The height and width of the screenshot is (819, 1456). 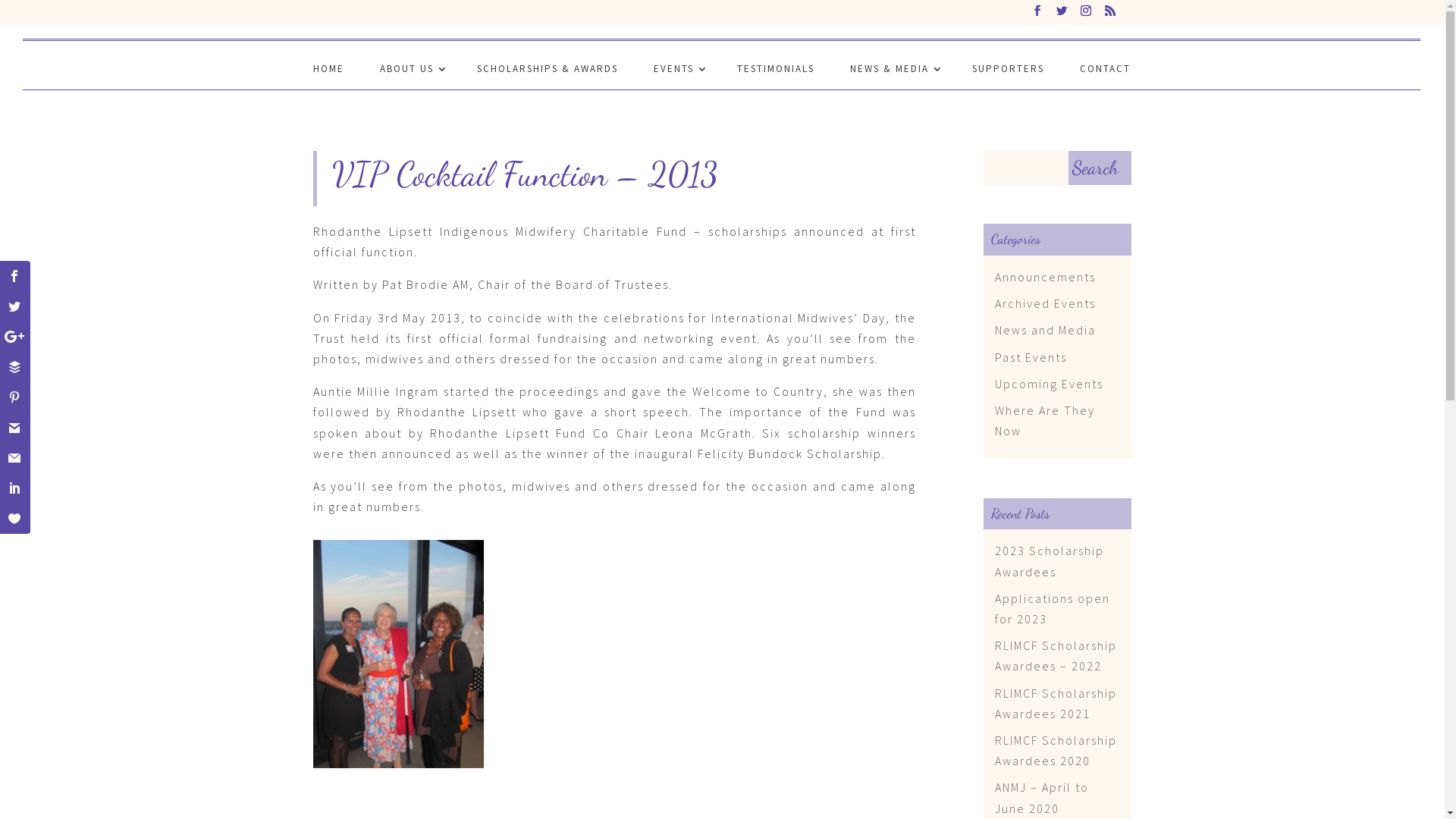 What do you see at coordinates (1044, 277) in the screenshot?
I see `'Announcements'` at bounding box center [1044, 277].